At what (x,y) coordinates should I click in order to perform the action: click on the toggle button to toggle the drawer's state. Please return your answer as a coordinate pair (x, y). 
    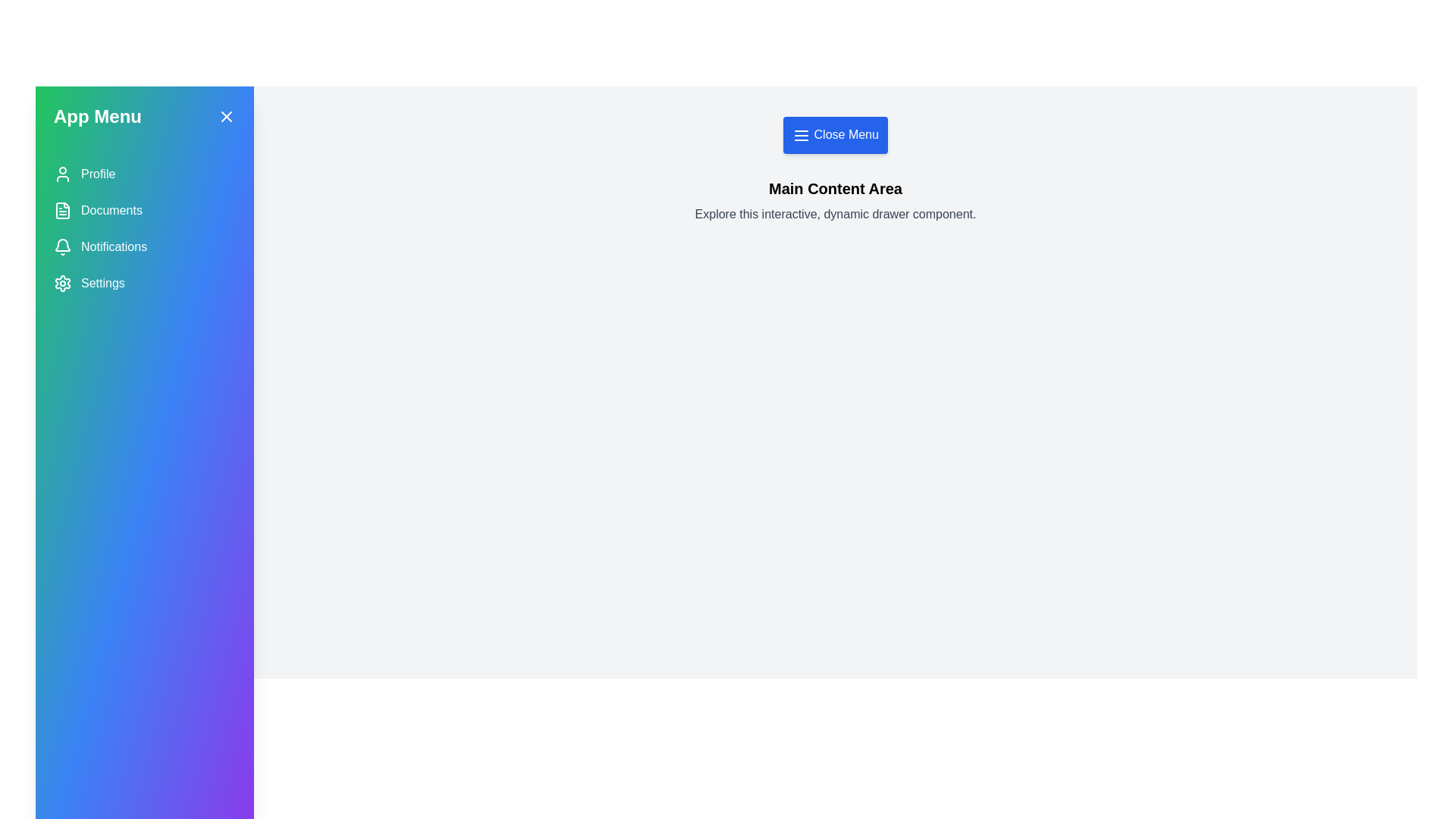
    Looking at the image, I should click on (833, 133).